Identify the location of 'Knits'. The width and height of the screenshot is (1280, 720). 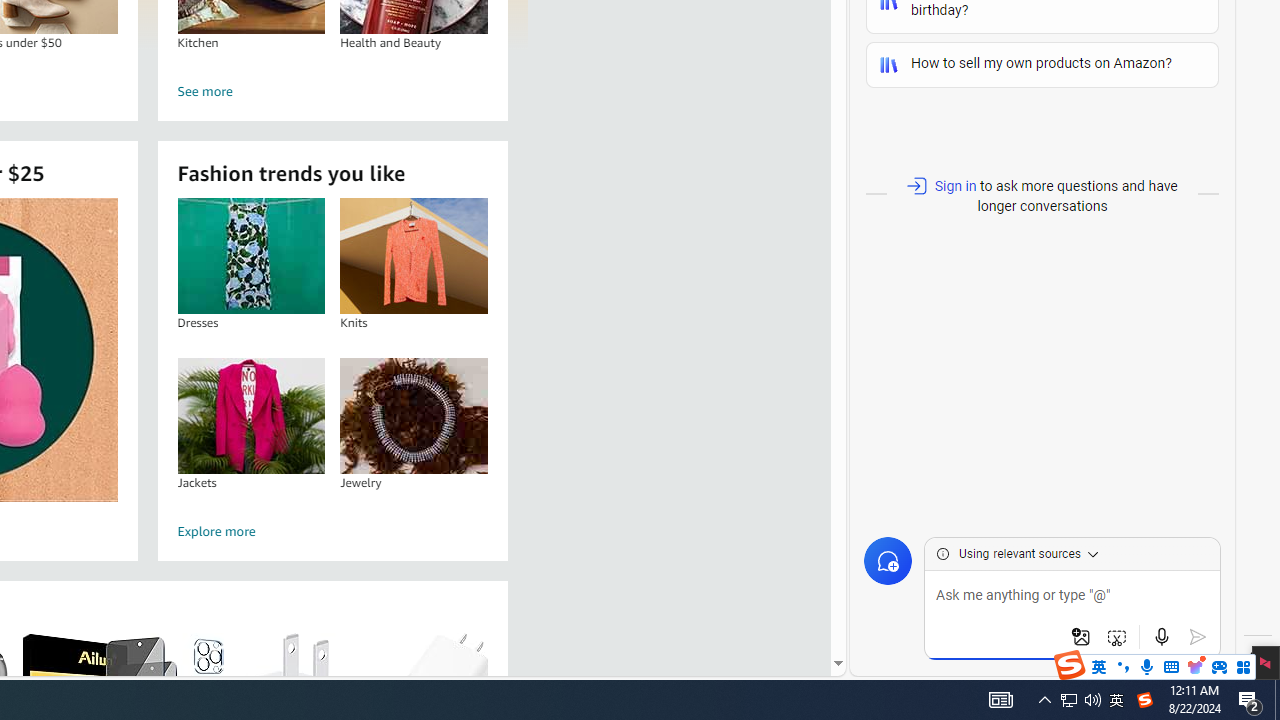
(413, 255).